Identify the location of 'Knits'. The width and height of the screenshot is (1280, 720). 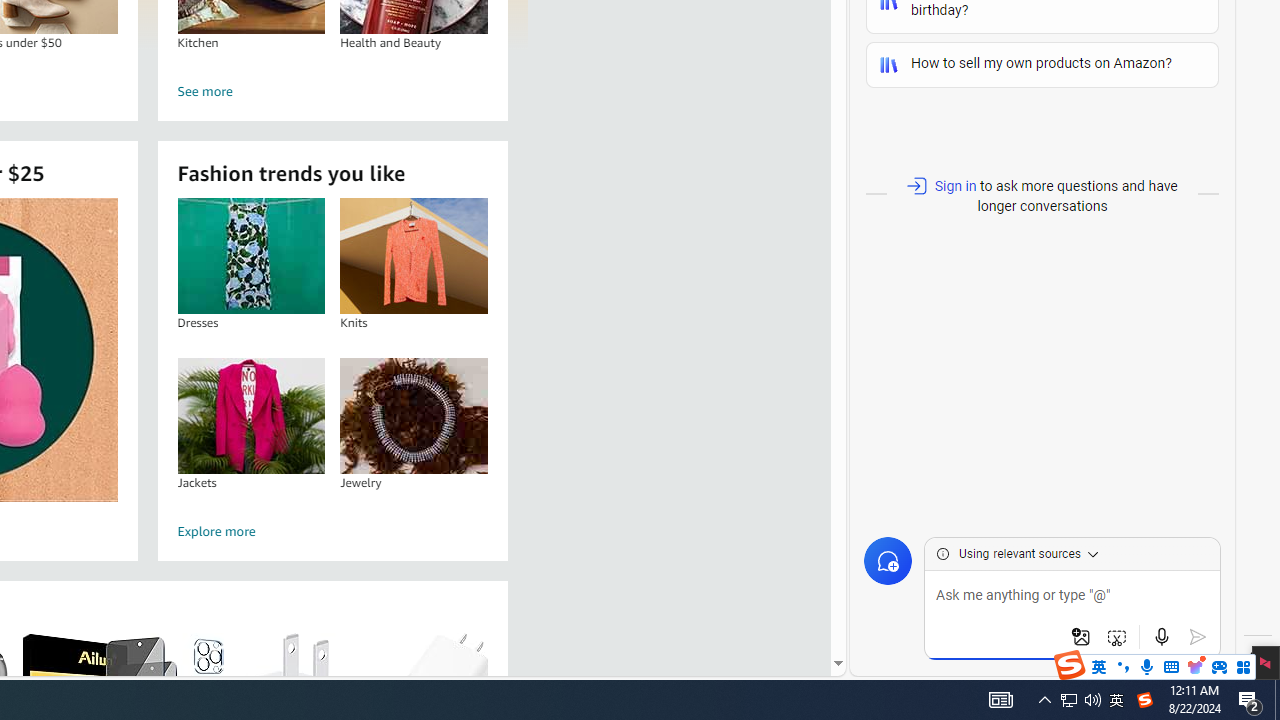
(413, 255).